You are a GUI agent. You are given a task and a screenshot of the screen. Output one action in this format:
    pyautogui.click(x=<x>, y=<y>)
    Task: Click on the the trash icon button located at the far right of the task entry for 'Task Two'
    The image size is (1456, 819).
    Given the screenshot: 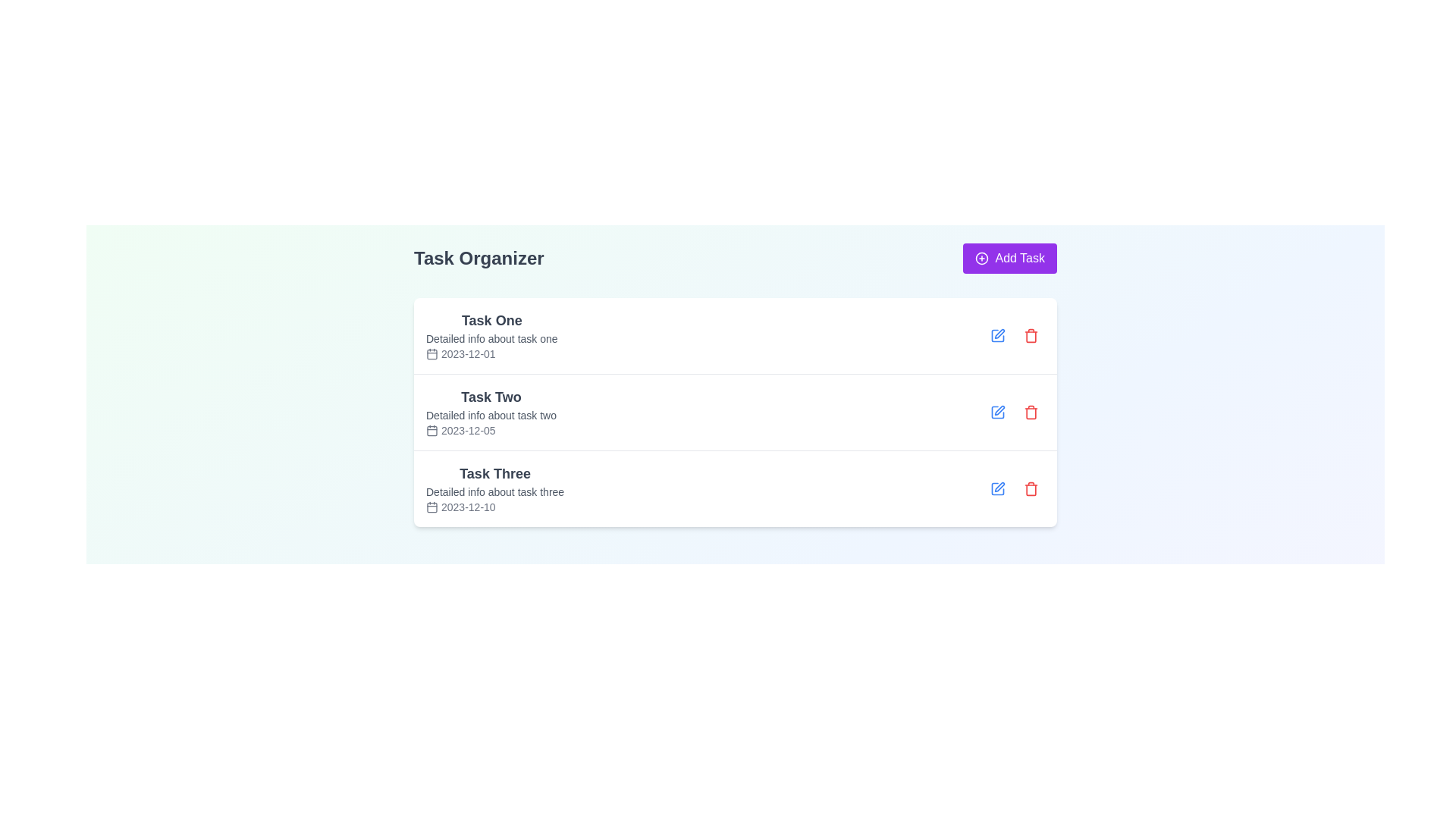 What is the action you would take?
    pyautogui.click(x=1031, y=412)
    